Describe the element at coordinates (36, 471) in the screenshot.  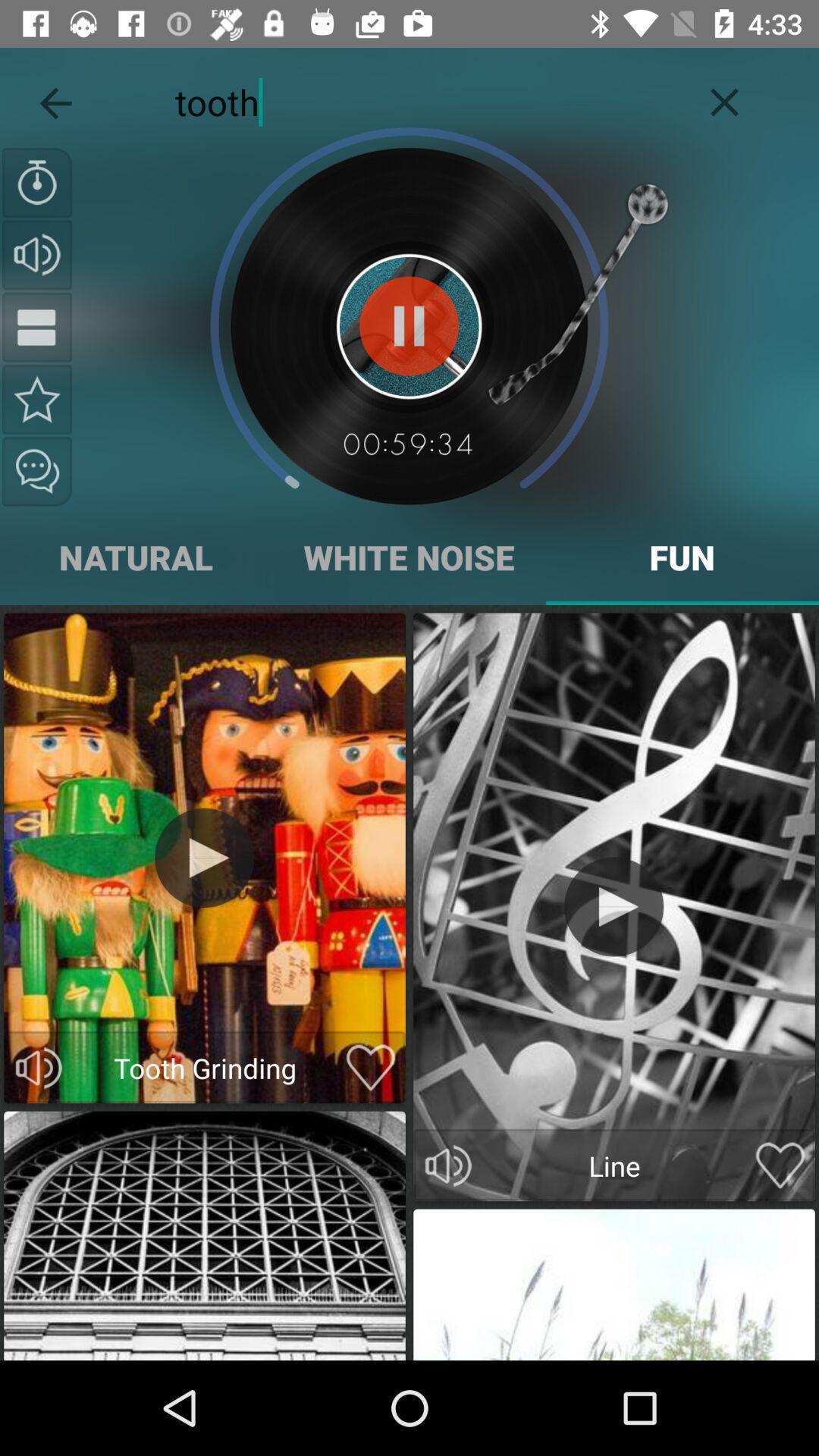
I see `share this sound` at that location.